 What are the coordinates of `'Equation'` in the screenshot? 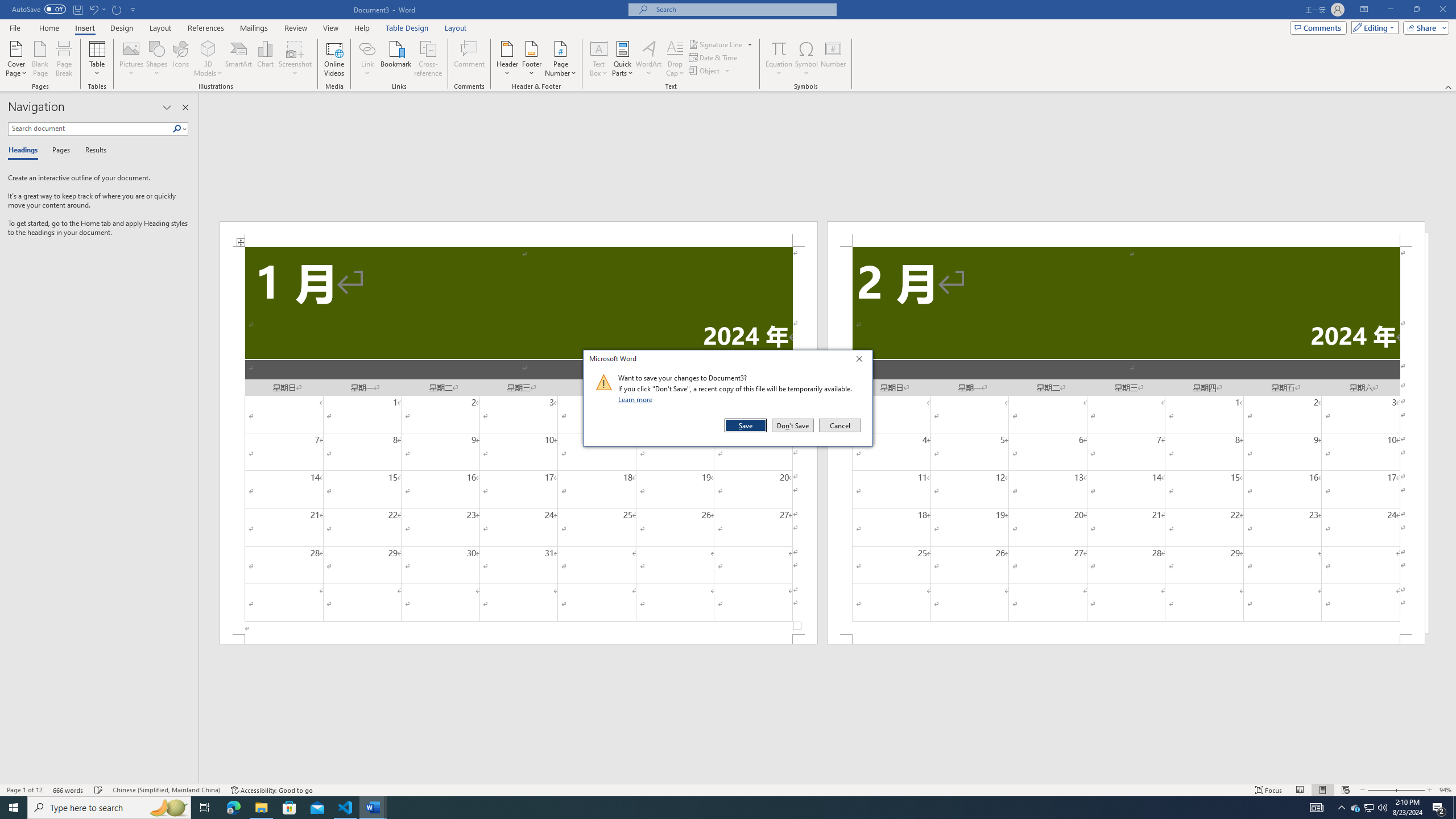 It's located at (779, 59).